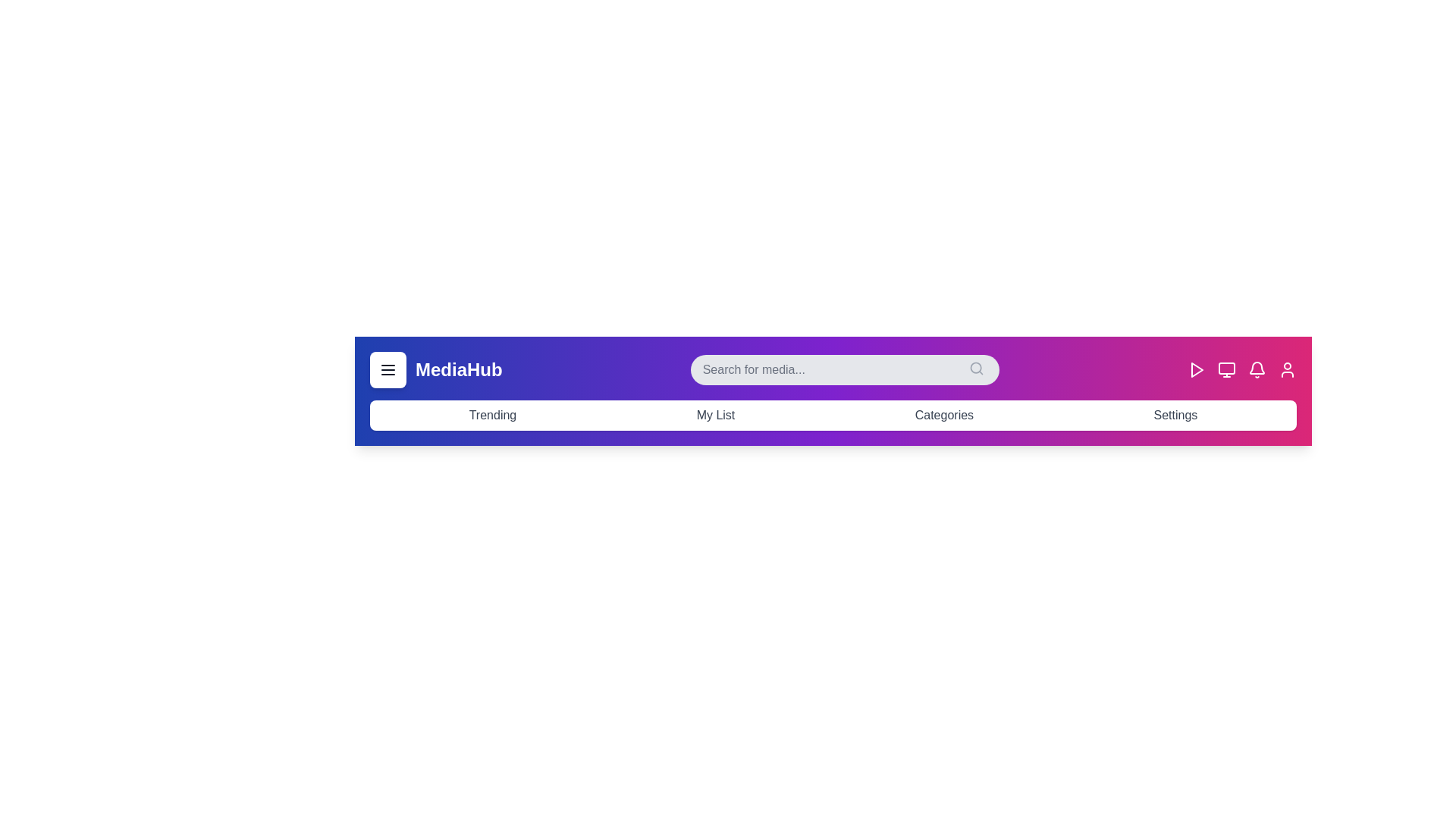 Image resolution: width=1456 pixels, height=819 pixels. What do you see at coordinates (492, 415) in the screenshot?
I see `the navigation menu item Trending` at bounding box center [492, 415].